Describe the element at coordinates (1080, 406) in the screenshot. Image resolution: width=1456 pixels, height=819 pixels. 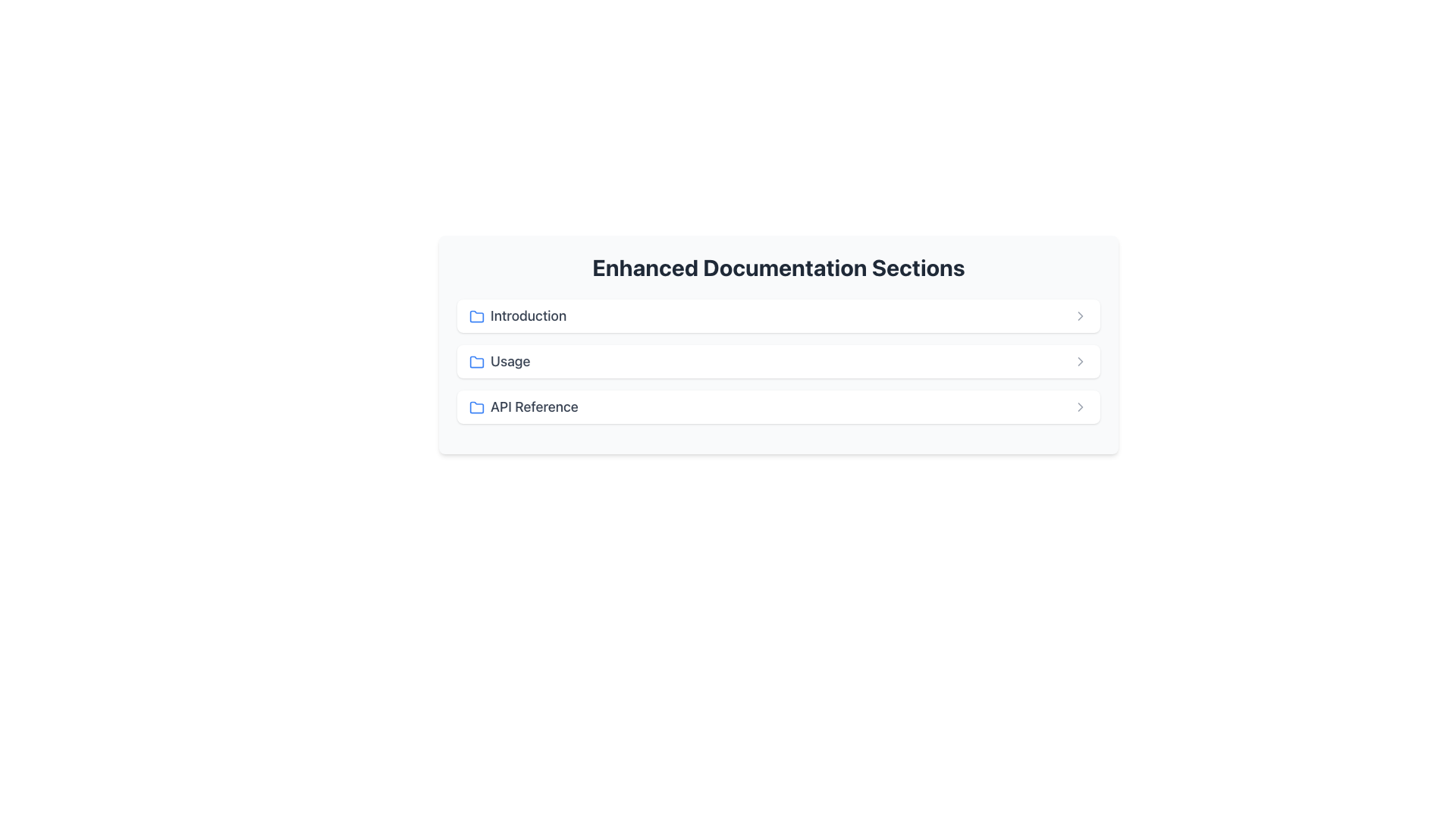
I see `the right-pointing arrow icon located at the far right of the 'API Reference' entry in the 'Enhanced Documentation Sections' list` at that location.